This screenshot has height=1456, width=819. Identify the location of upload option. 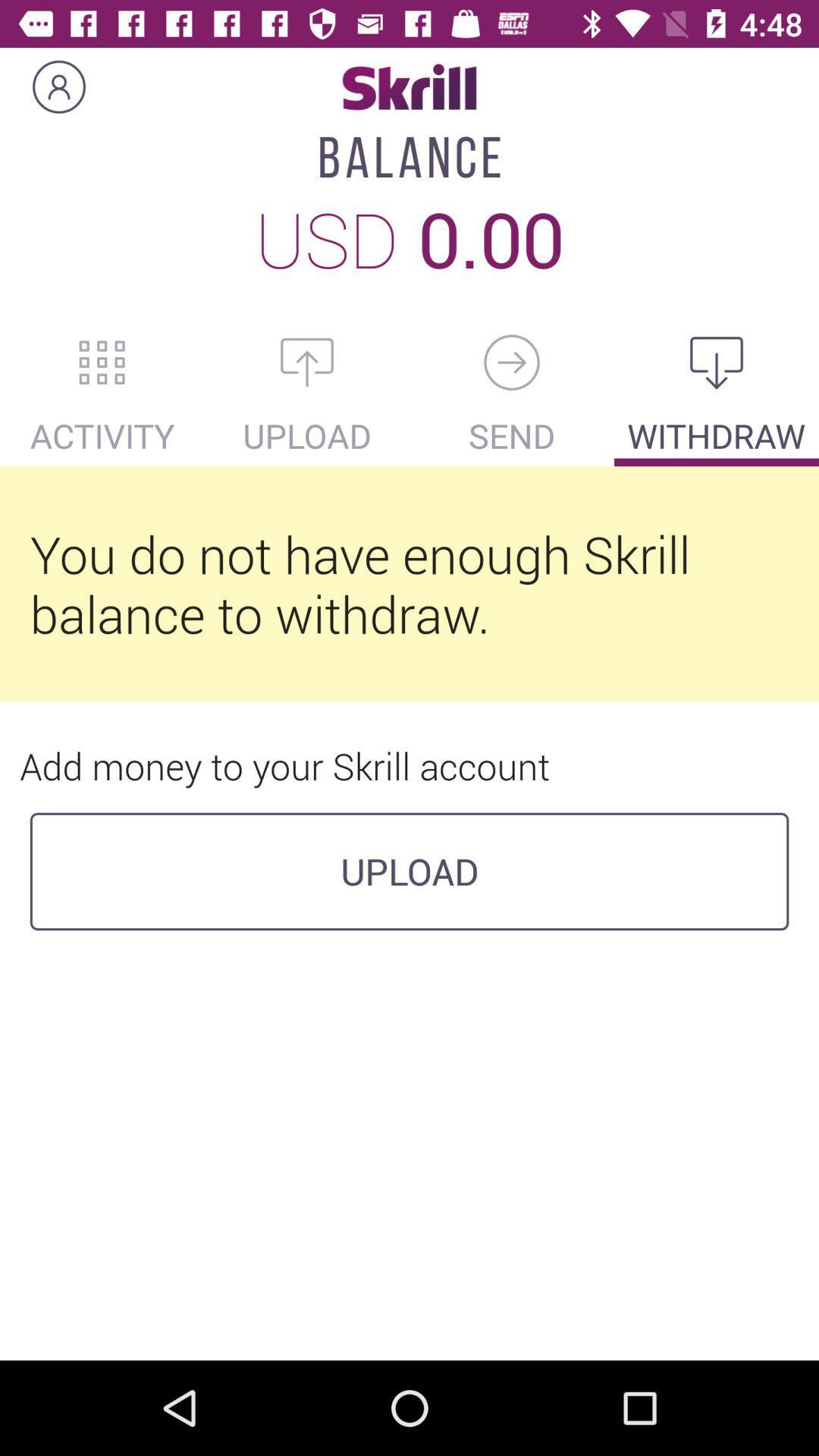
(307, 362).